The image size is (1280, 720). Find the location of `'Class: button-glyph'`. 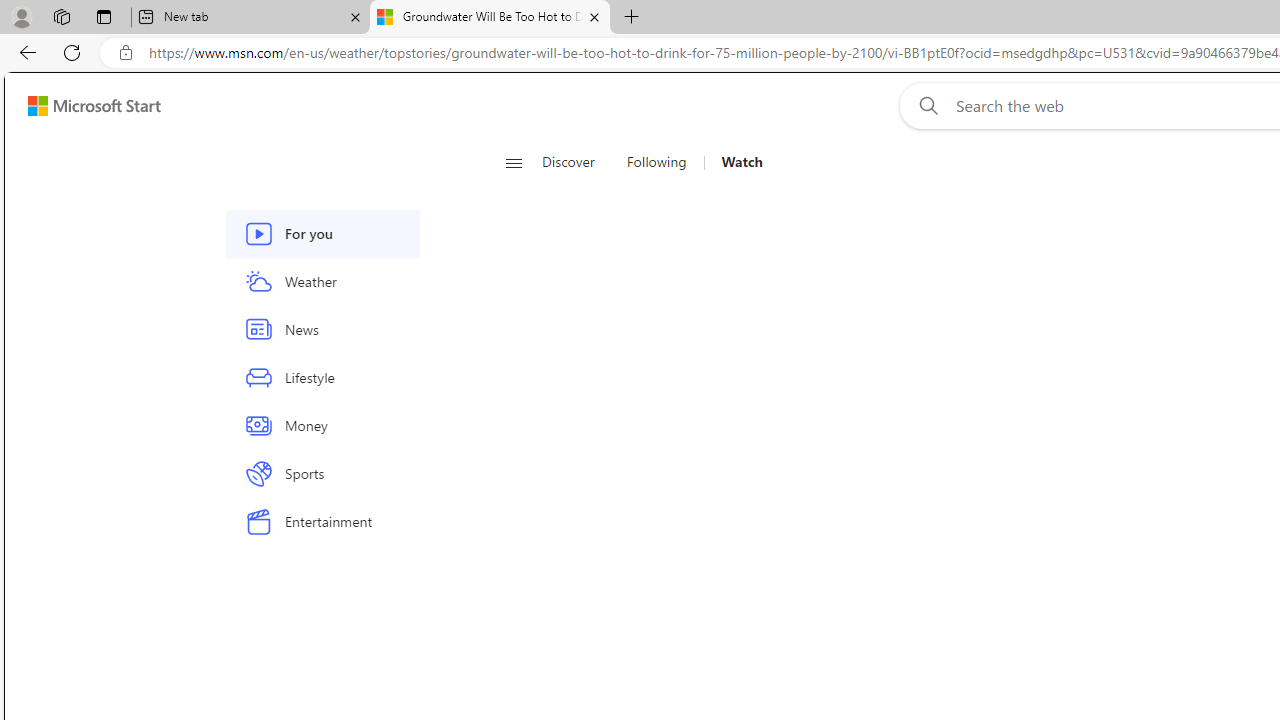

'Class: button-glyph' is located at coordinates (513, 162).